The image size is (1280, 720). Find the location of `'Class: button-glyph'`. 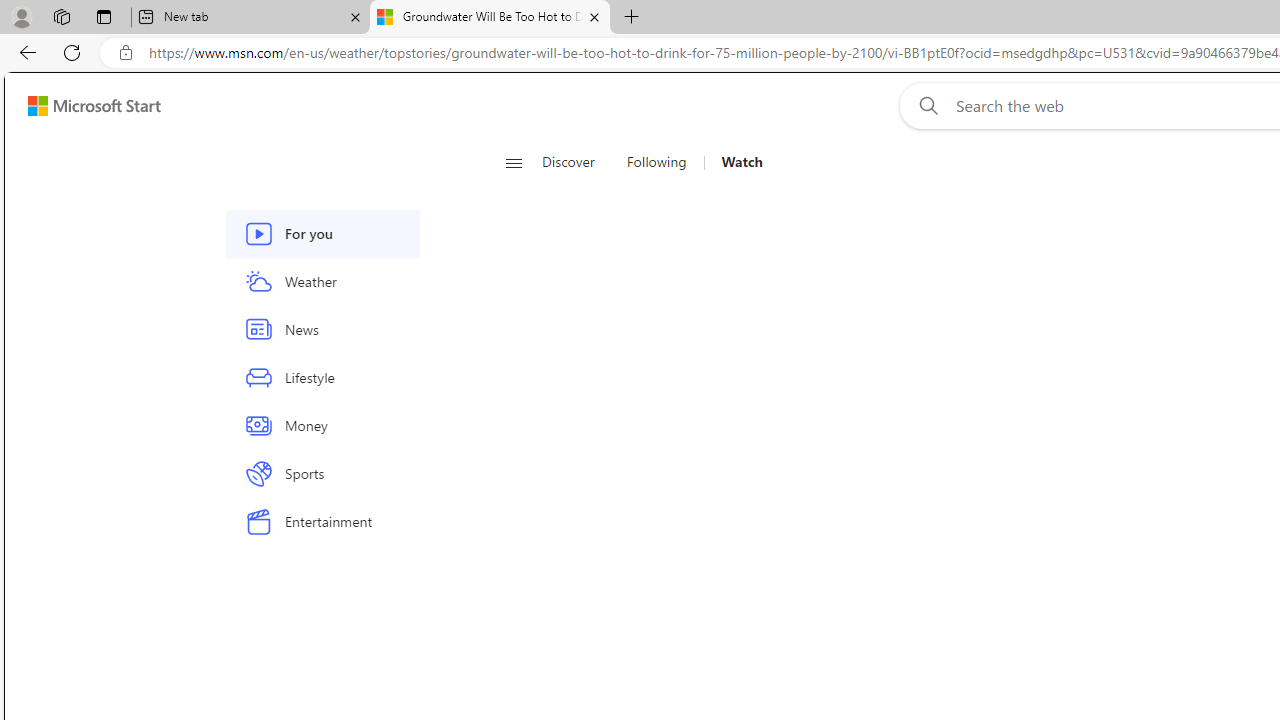

'Class: button-glyph' is located at coordinates (513, 162).